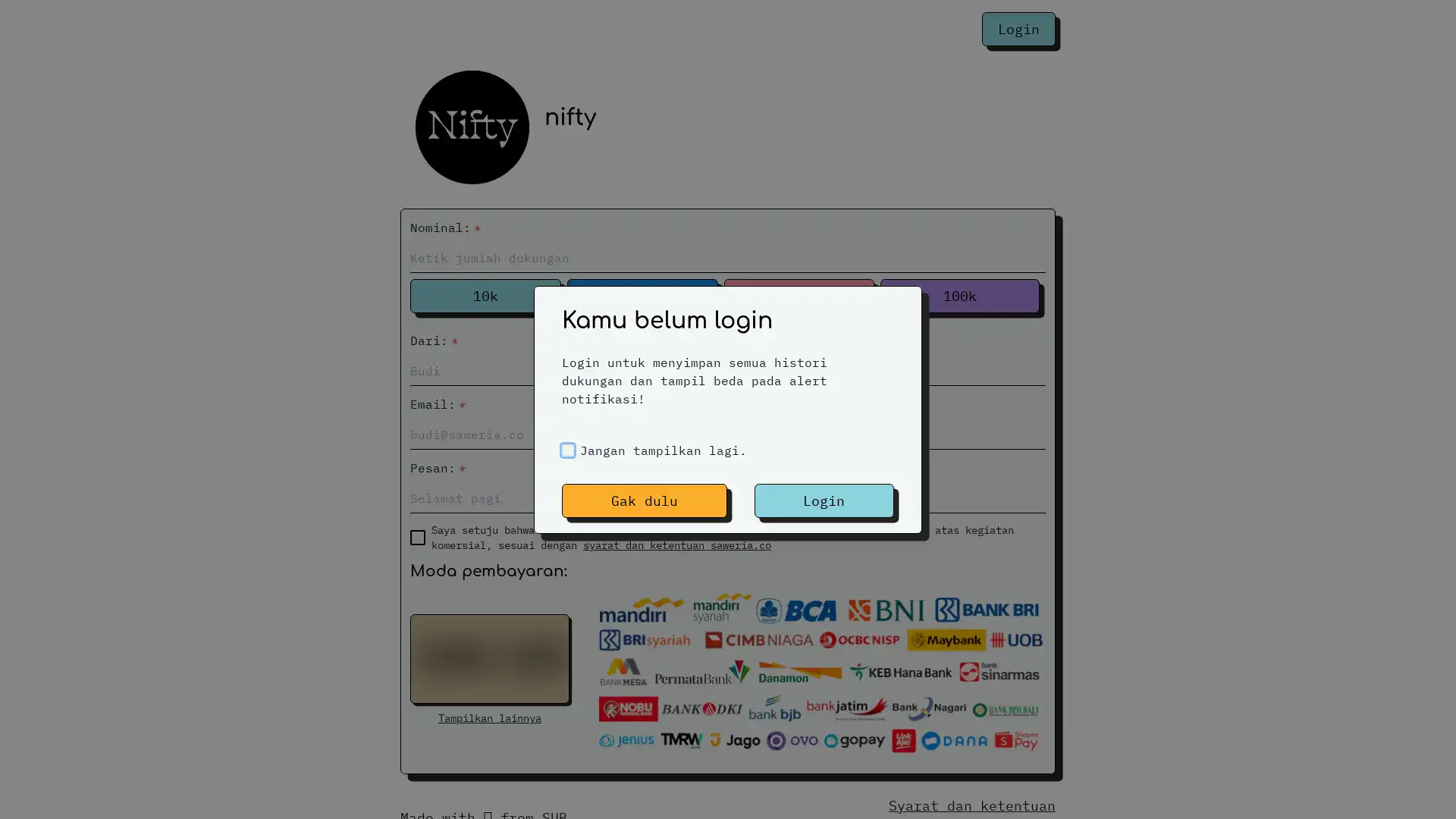 This screenshot has height=819, width=1456. Describe the element at coordinates (959, 296) in the screenshot. I see `100k` at that location.